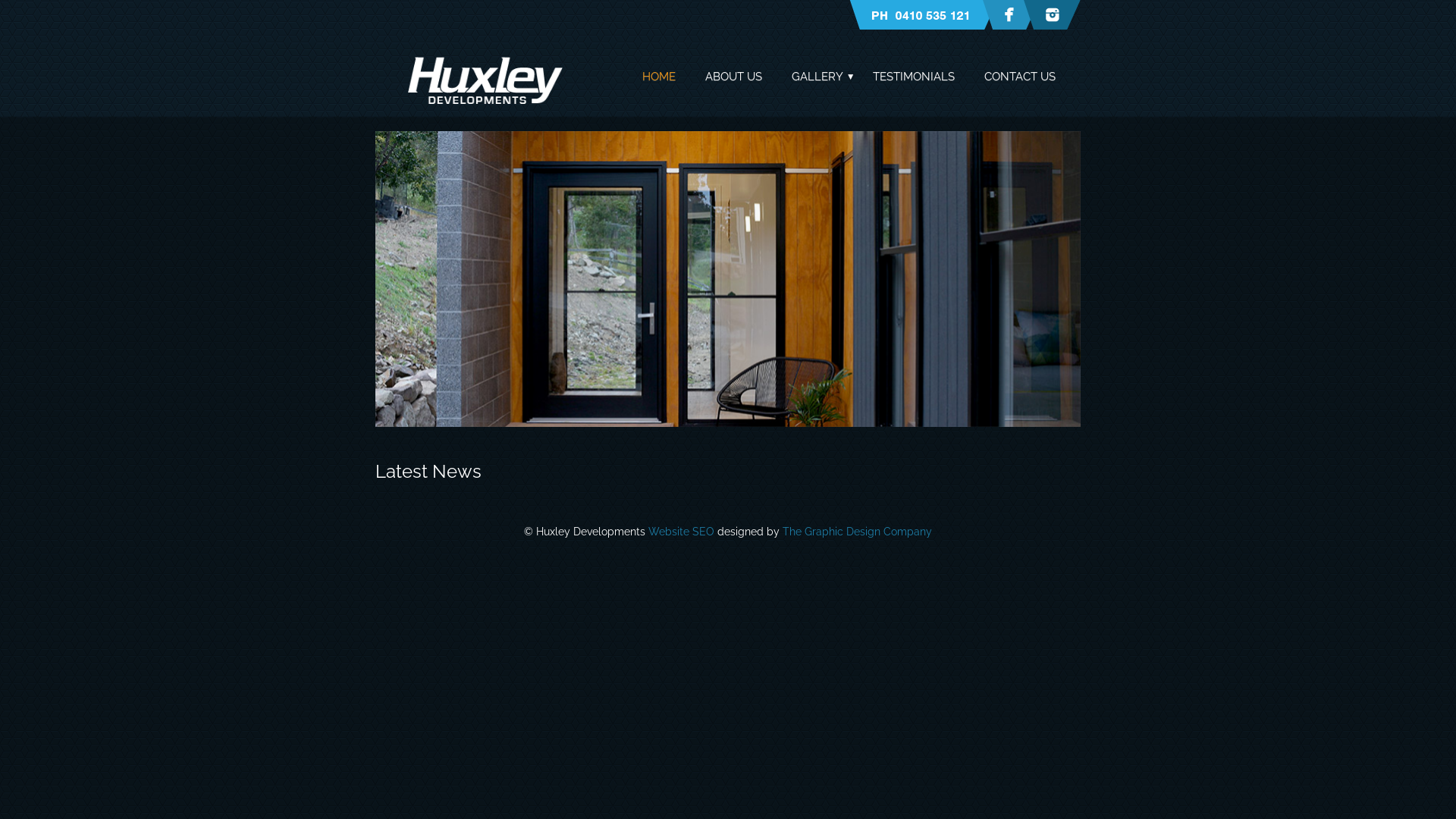 This screenshot has width=1456, height=819. Describe the element at coordinates (912, 77) in the screenshot. I see `'TESTIMONIALS'` at that location.